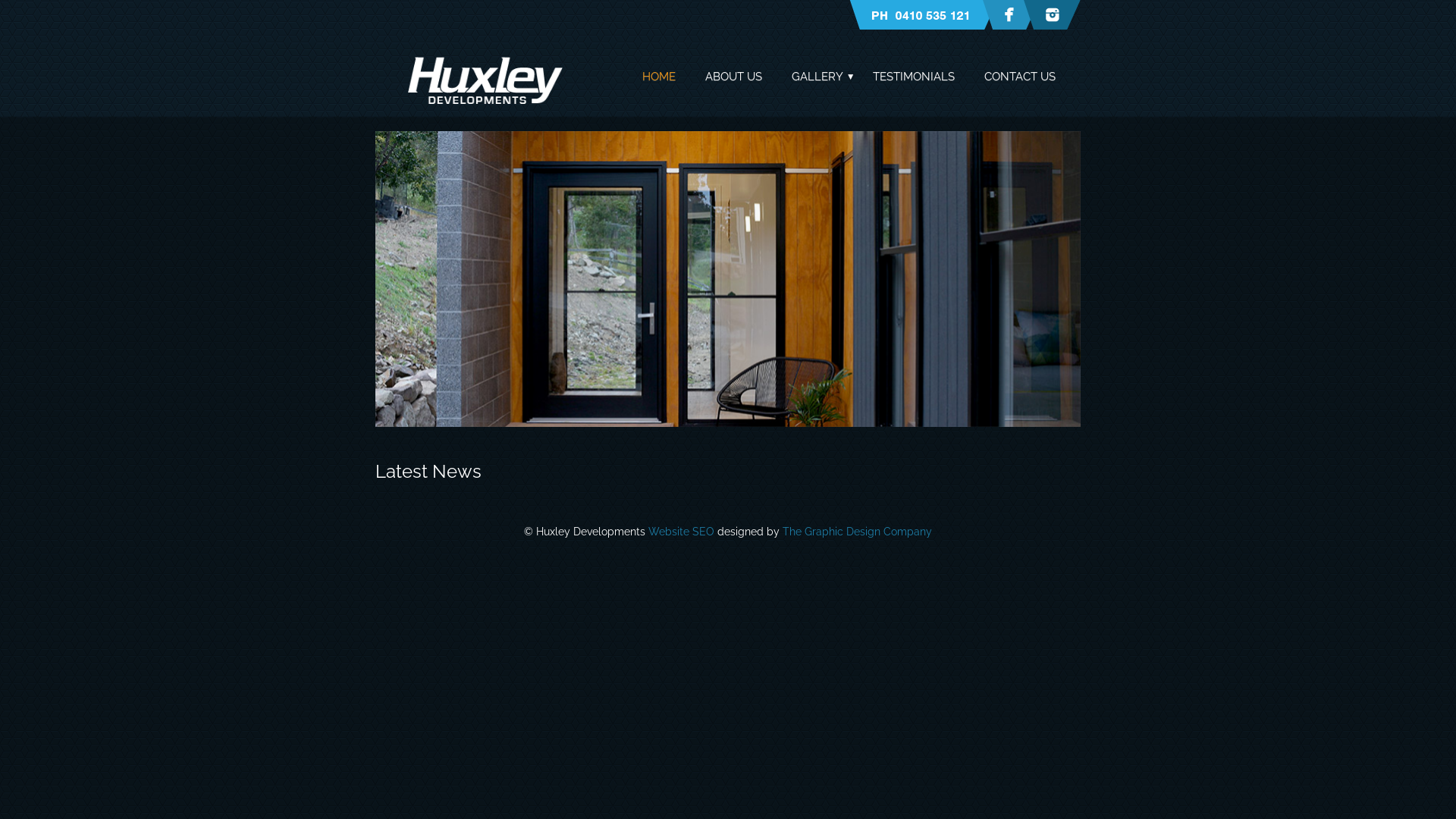 This screenshot has width=1456, height=819. Describe the element at coordinates (912, 77) in the screenshot. I see `'TESTIMONIALS'` at that location.